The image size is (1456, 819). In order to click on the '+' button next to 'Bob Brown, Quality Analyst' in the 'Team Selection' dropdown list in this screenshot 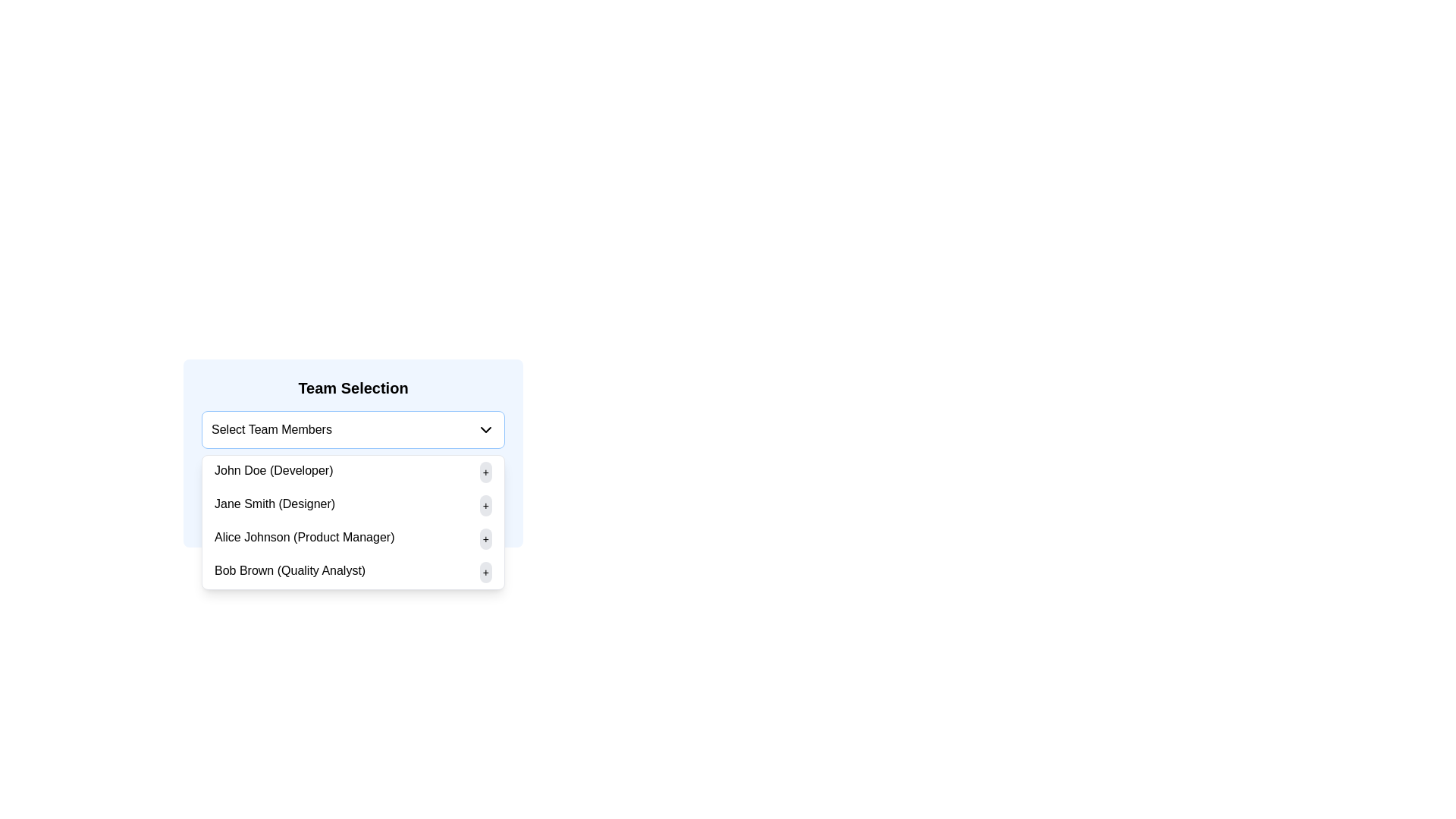, I will do `click(352, 573)`.